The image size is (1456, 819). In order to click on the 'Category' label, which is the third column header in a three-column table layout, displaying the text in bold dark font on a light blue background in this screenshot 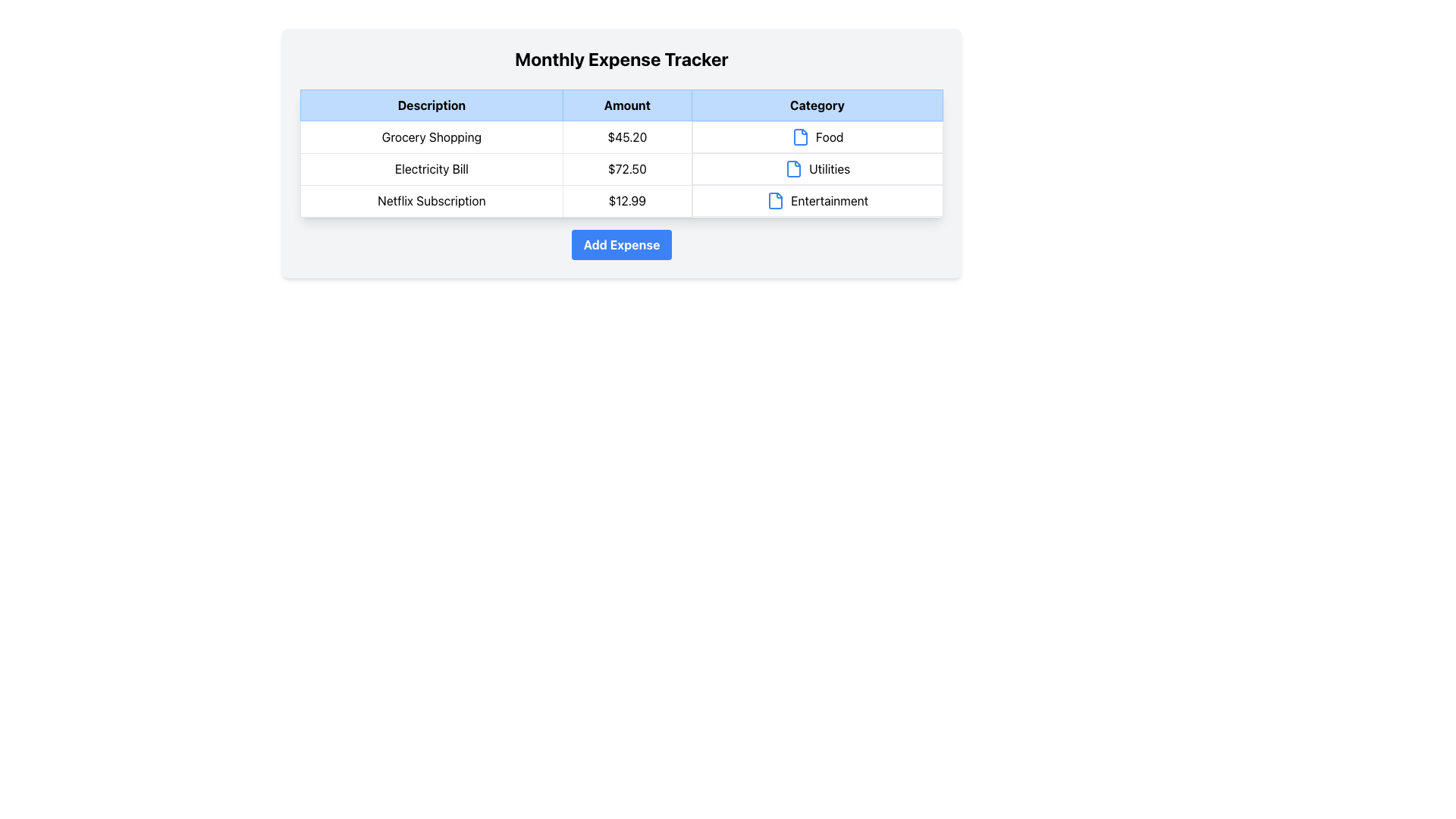, I will do `click(816, 104)`.